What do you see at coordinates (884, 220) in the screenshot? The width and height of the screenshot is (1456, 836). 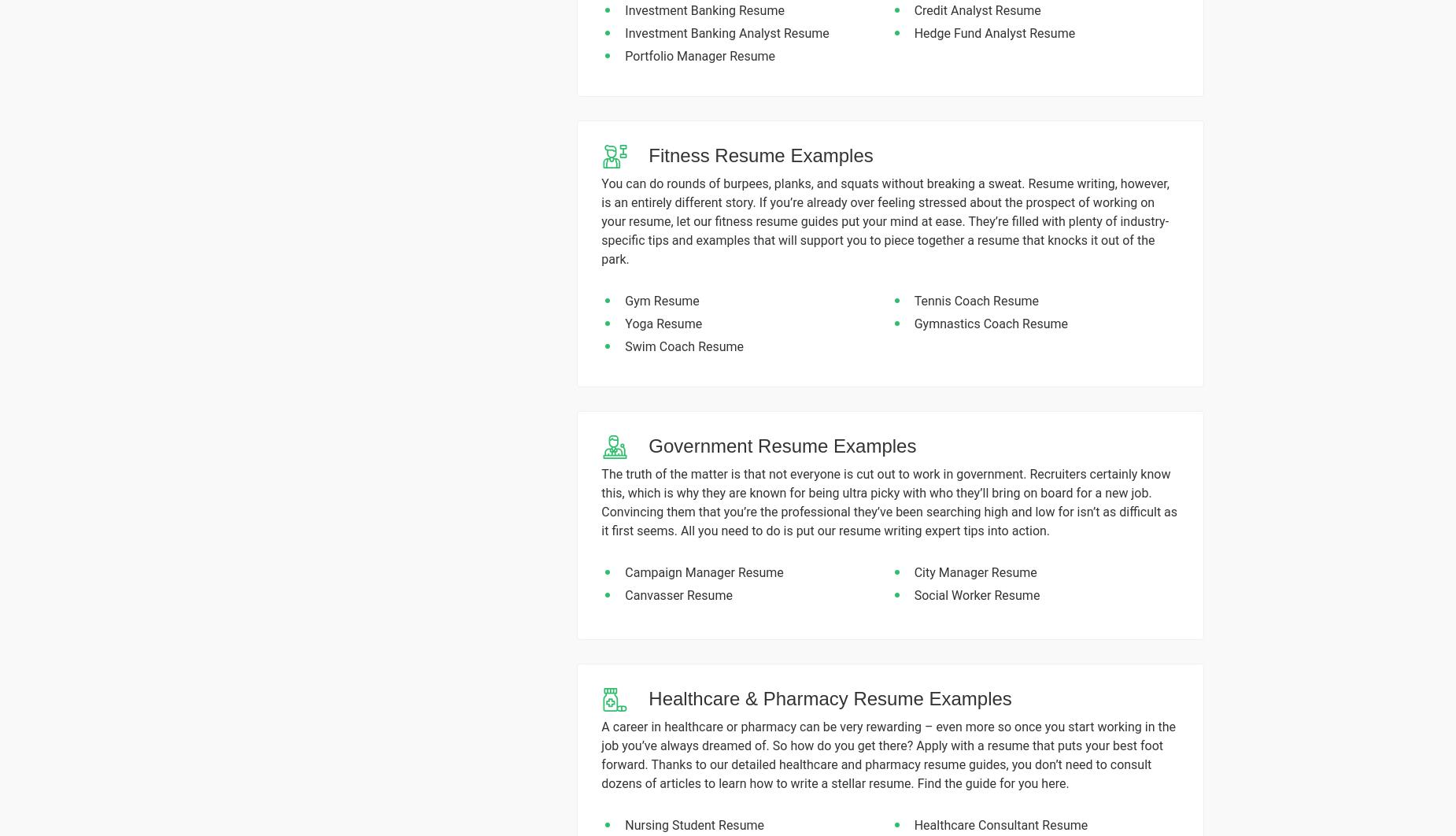 I see `'You can do rounds of burpees, planks, and squats without breaking a sweat. Resume writing, however, is an entirely different story. If you’re already over feeling stressed about the prospect of working on your resume, let our fitness resume guides put your mind at ease. They’re filled with plenty of industry-specific tips and examples that will support you to piece together a resume that knocks it out of the park.'` at bounding box center [884, 220].